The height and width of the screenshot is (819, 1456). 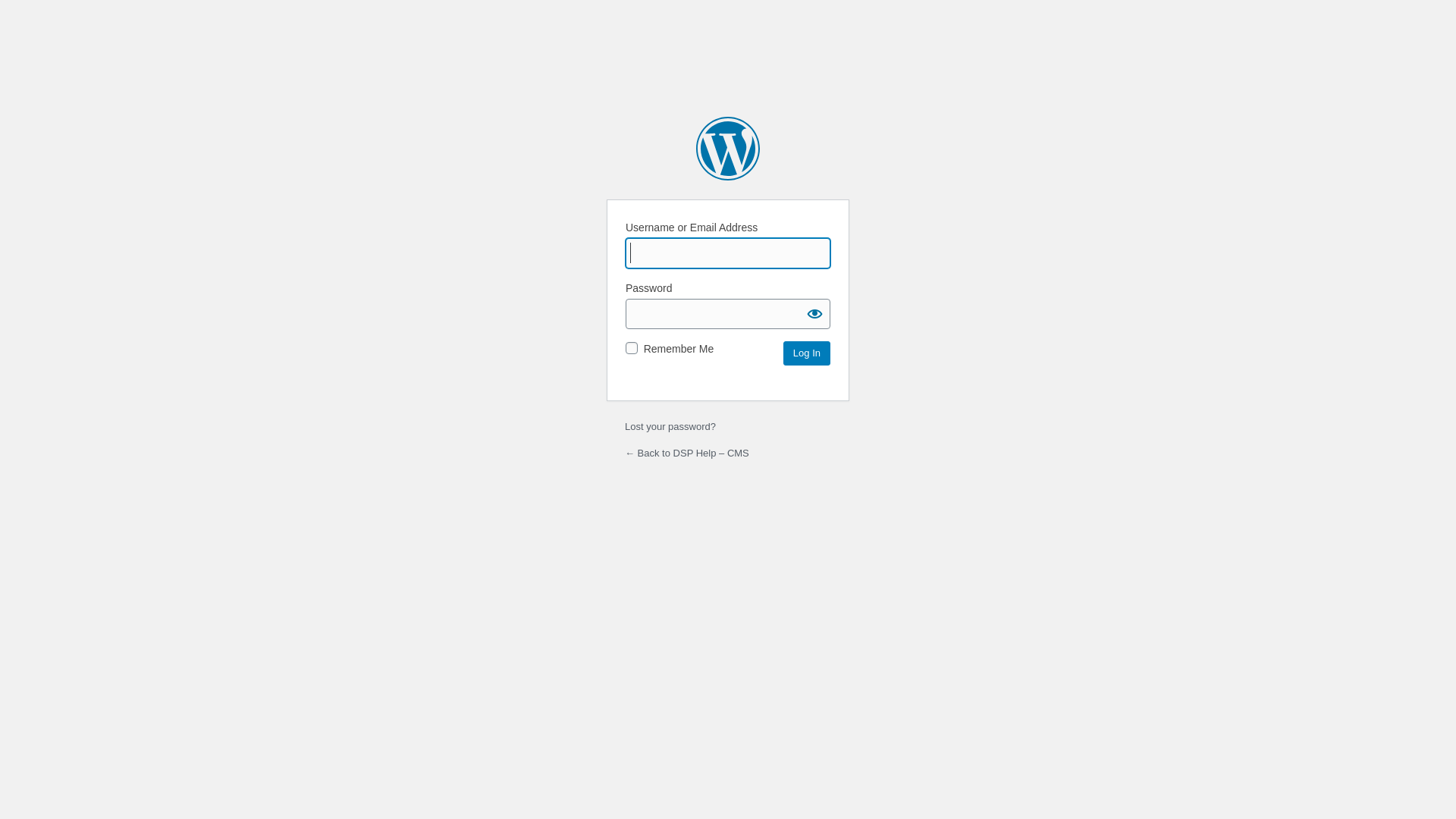 I want to click on 'Lost your password?', so click(x=625, y=426).